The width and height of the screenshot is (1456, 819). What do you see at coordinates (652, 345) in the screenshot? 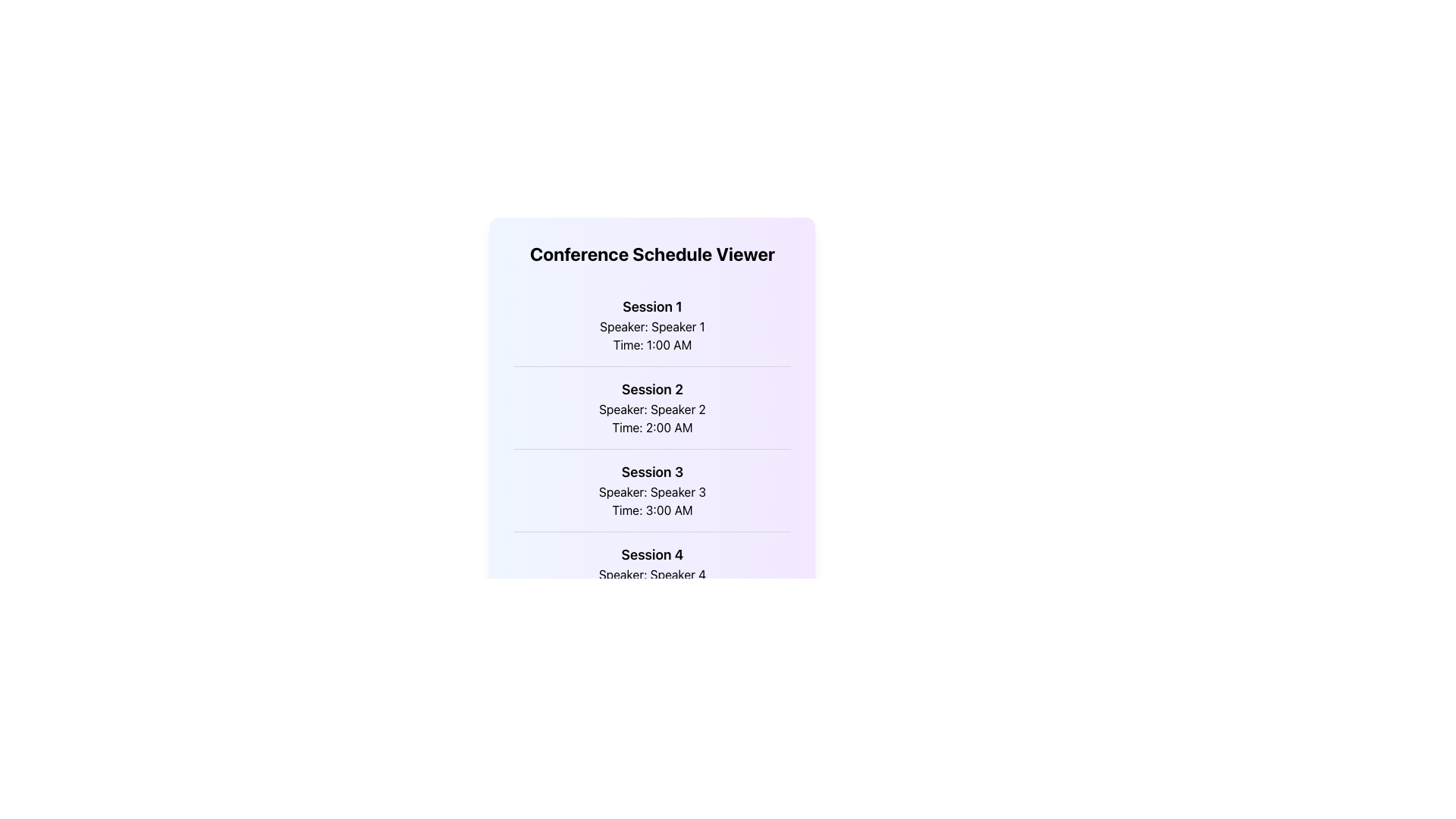
I see `text label displaying the scheduled time for the first session located below 'Speaker: Speaker 1' in the 'Session 1' details` at bounding box center [652, 345].